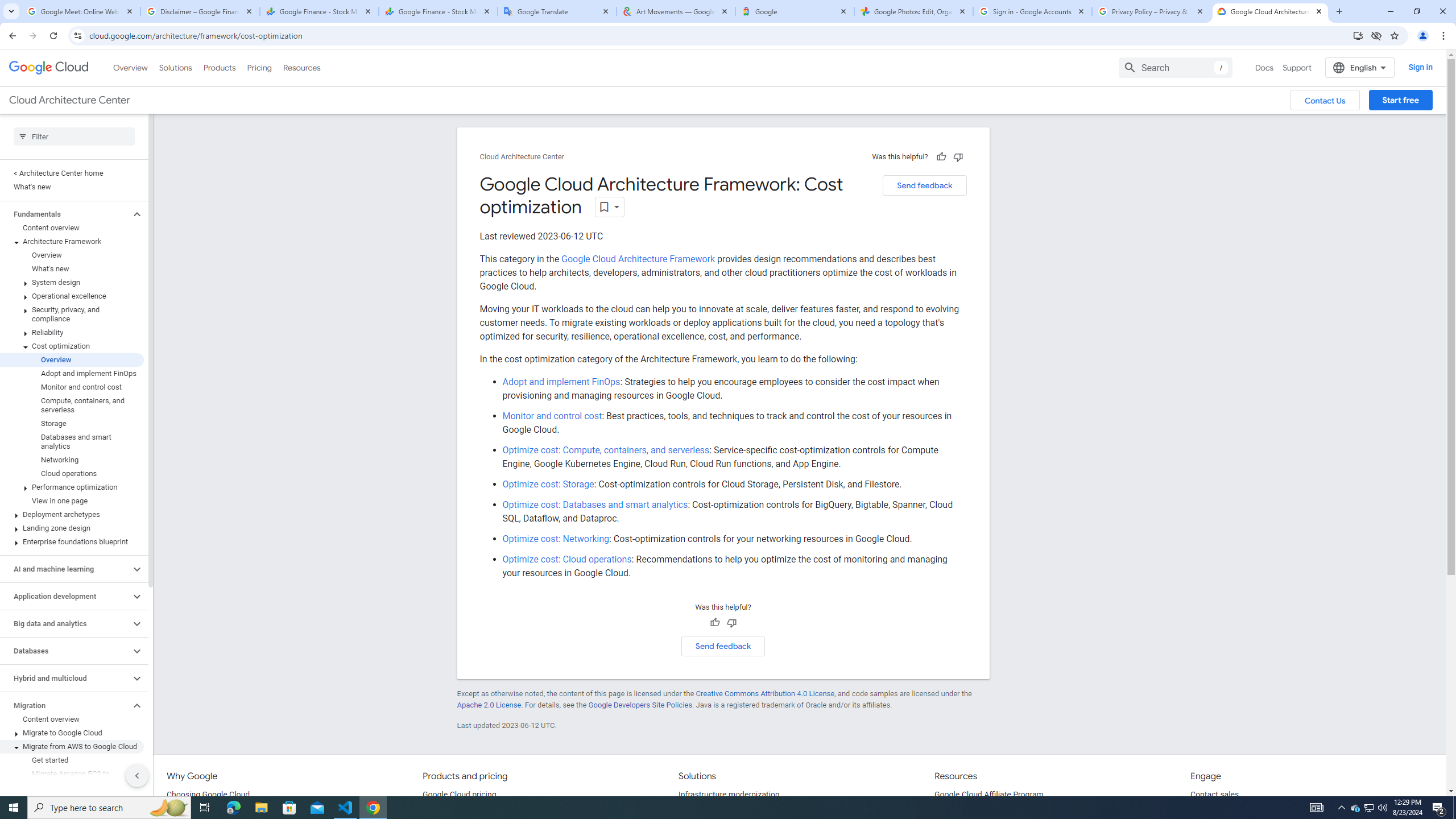 The width and height of the screenshot is (1456, 819). What do you see at coordinates (64, 678) in the screenshot?
I see `'Hybrid and multicloud'` at bounding box center [64, 678].